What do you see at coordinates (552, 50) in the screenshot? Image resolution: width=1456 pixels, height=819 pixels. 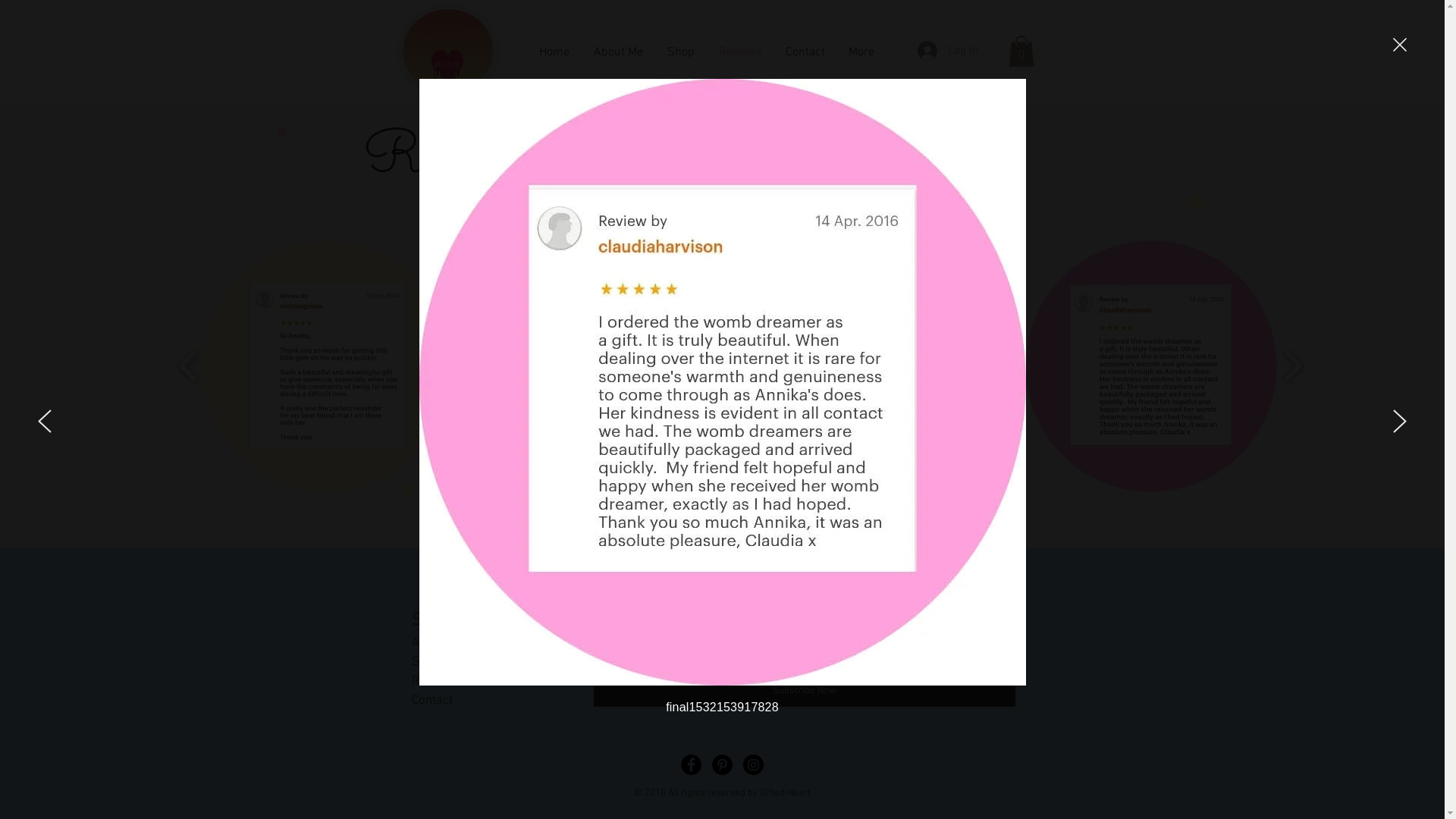 I see `'Home'` at bounding box center [552, 50].